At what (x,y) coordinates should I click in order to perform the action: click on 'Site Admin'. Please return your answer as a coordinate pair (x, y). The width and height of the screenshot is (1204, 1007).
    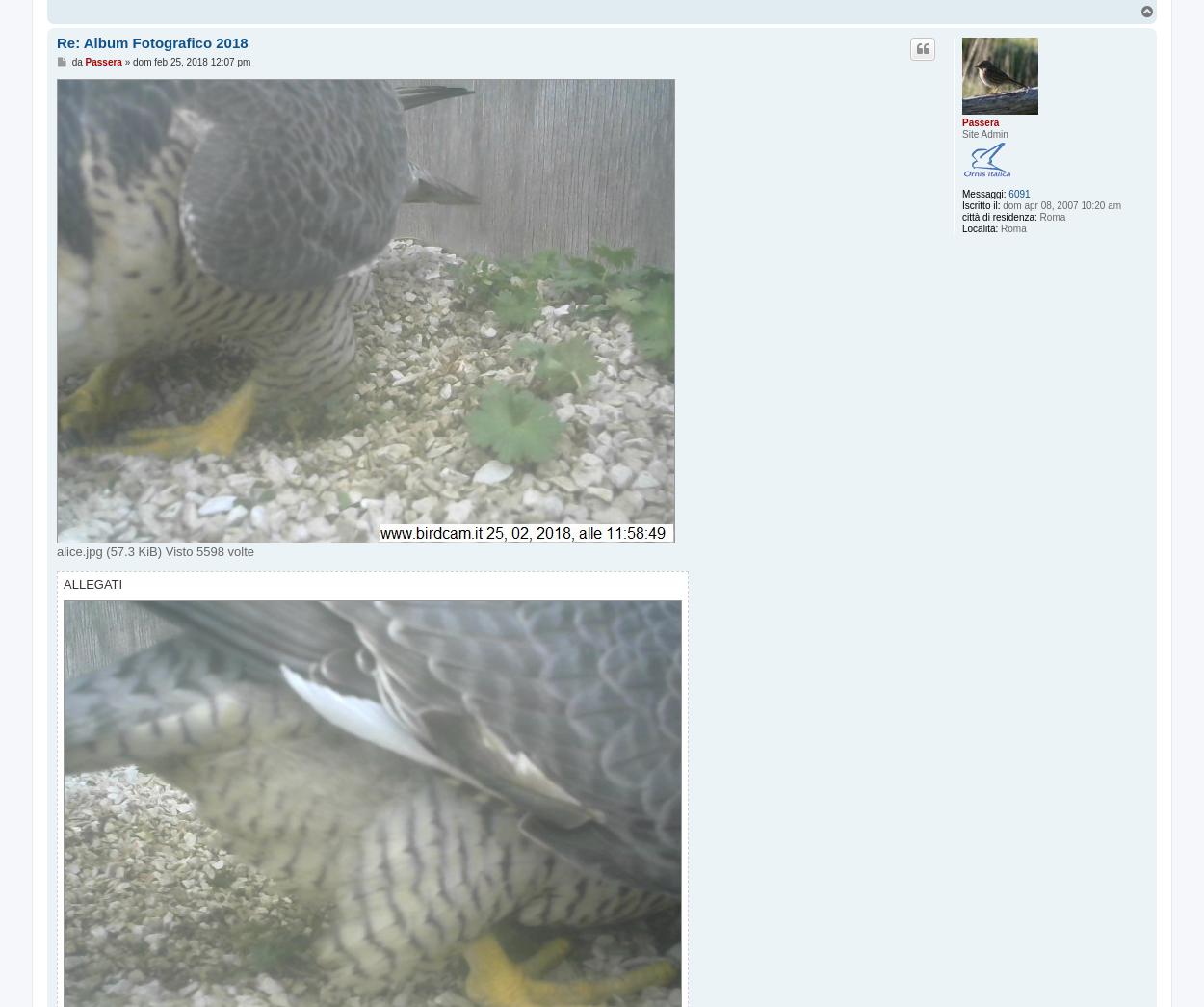
    Looking at the image, I should click on (984, 133).